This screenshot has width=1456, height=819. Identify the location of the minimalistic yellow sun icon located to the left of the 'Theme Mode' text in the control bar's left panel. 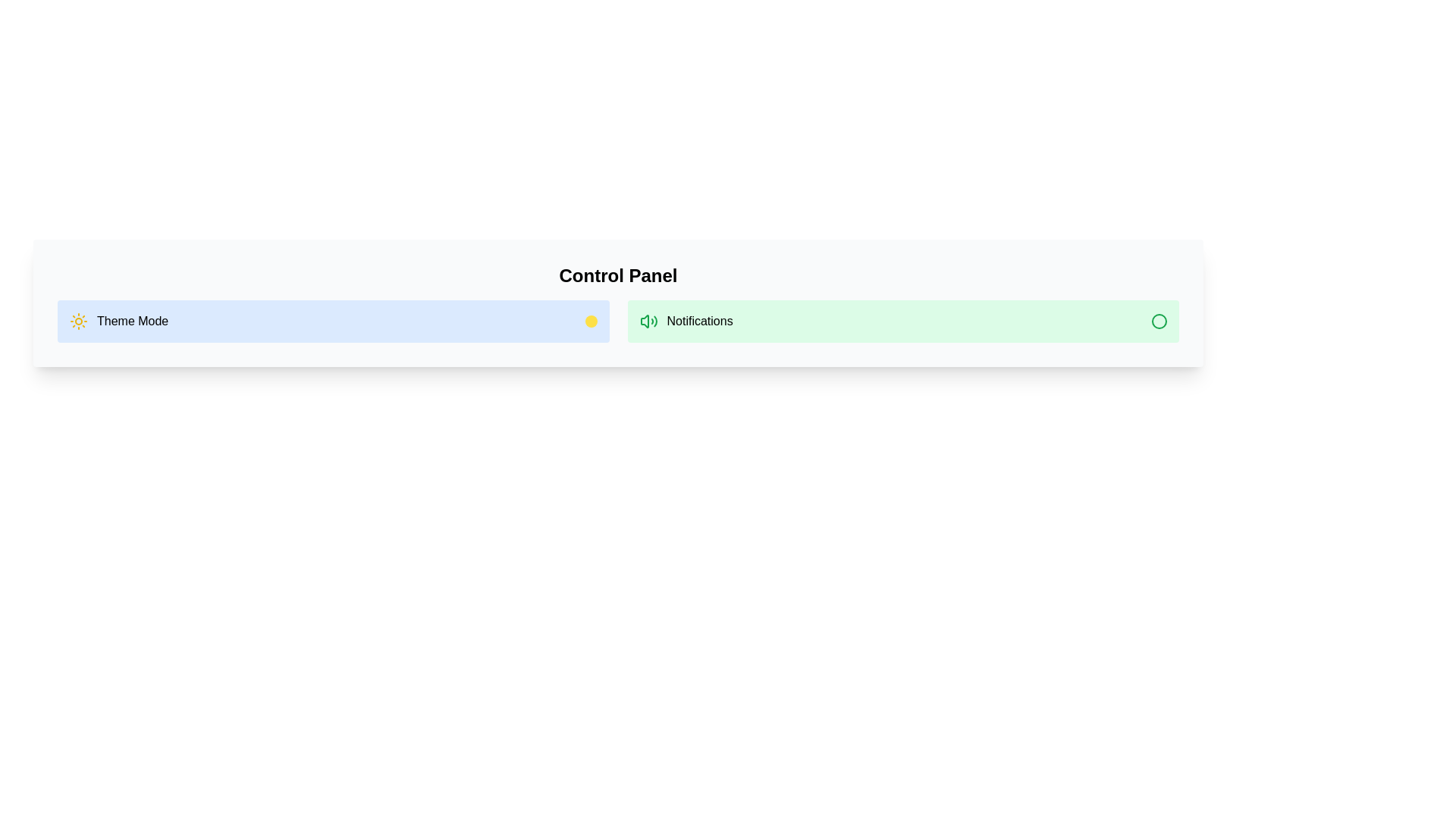
(78, 321).